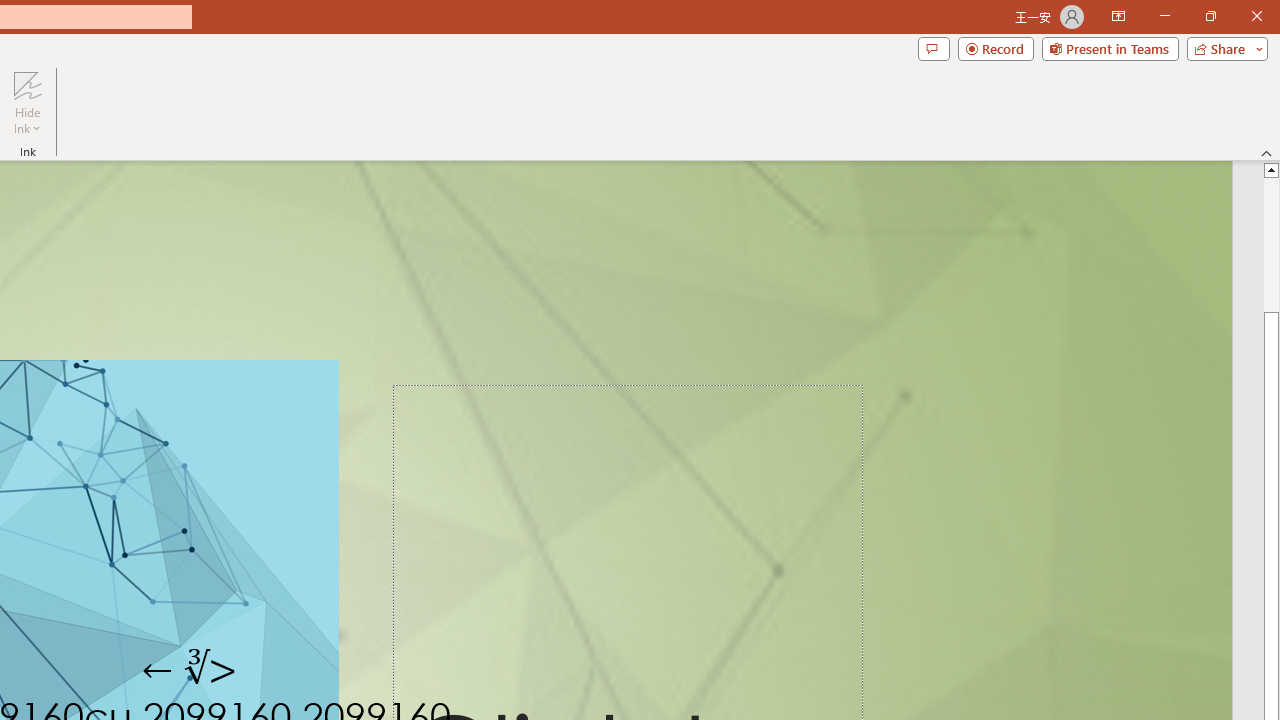 The height and width of the screenshot is (720, 1280). Describe the element at coordinates (1266, 152) in the screenshot. I see `'Collapse the Ribbon'` at that location.